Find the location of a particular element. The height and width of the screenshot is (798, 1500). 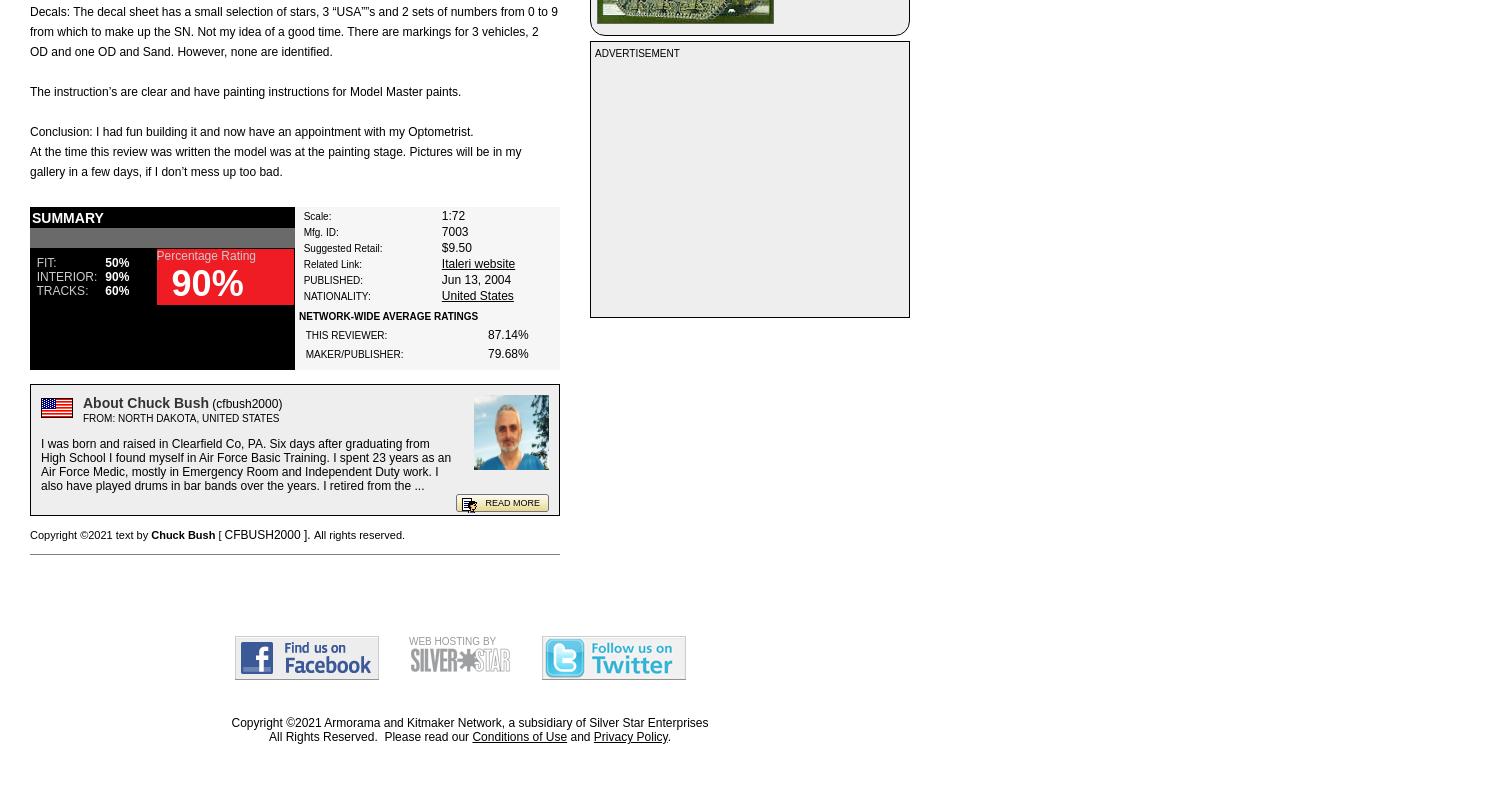

', a subsidiary of' is located at coordinates (544, 722).